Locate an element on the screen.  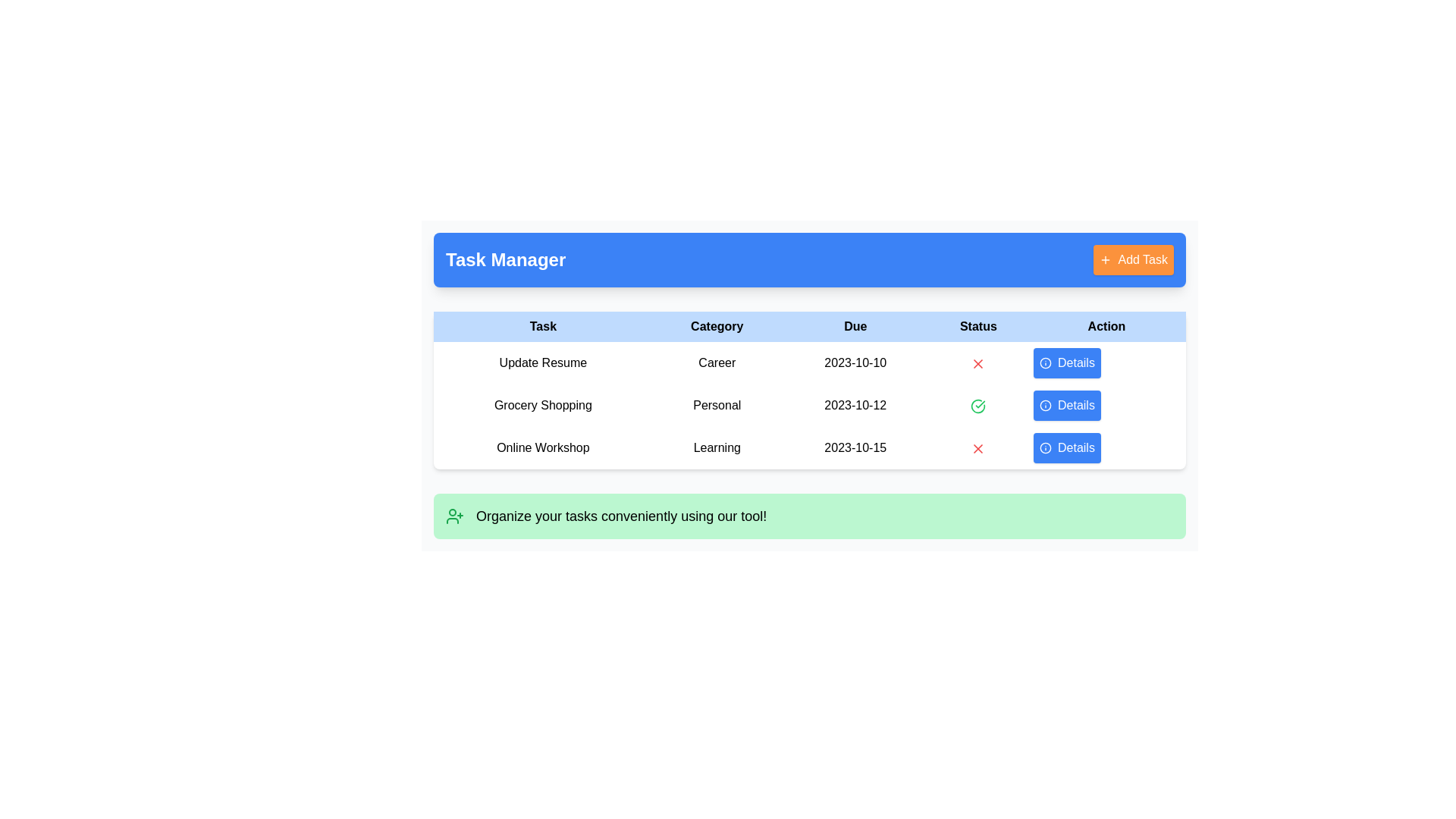
the 'Category' label, which displays the text in bold black font against a light blue background, positioned as the second item in a horizontal menu within a table-like layout is located at coordinates (716, 326).